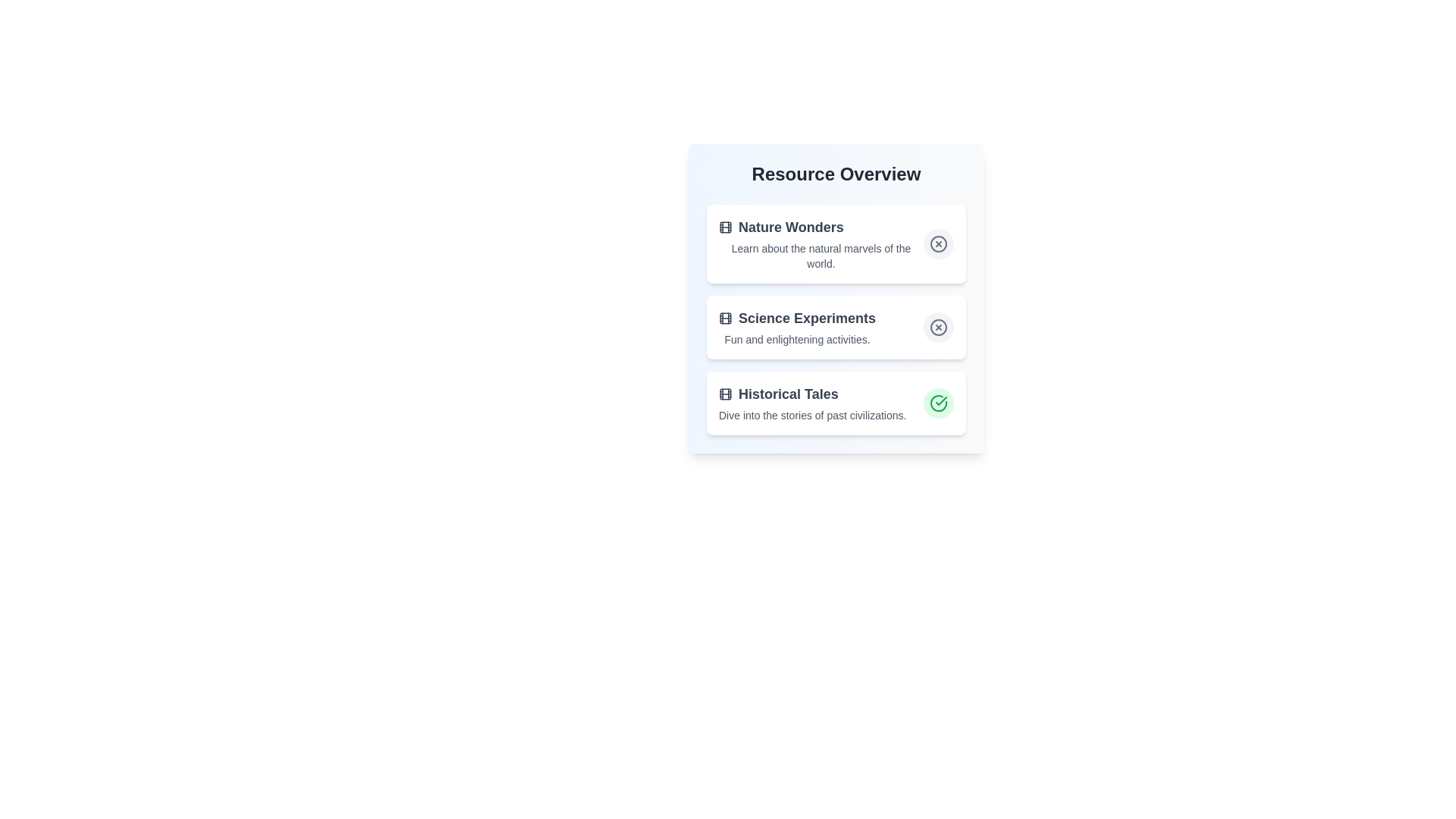  Describe the element at coordinates (796, 327) in the screenshot. I see `the description of the resource item titled Science Experiments` at that location.